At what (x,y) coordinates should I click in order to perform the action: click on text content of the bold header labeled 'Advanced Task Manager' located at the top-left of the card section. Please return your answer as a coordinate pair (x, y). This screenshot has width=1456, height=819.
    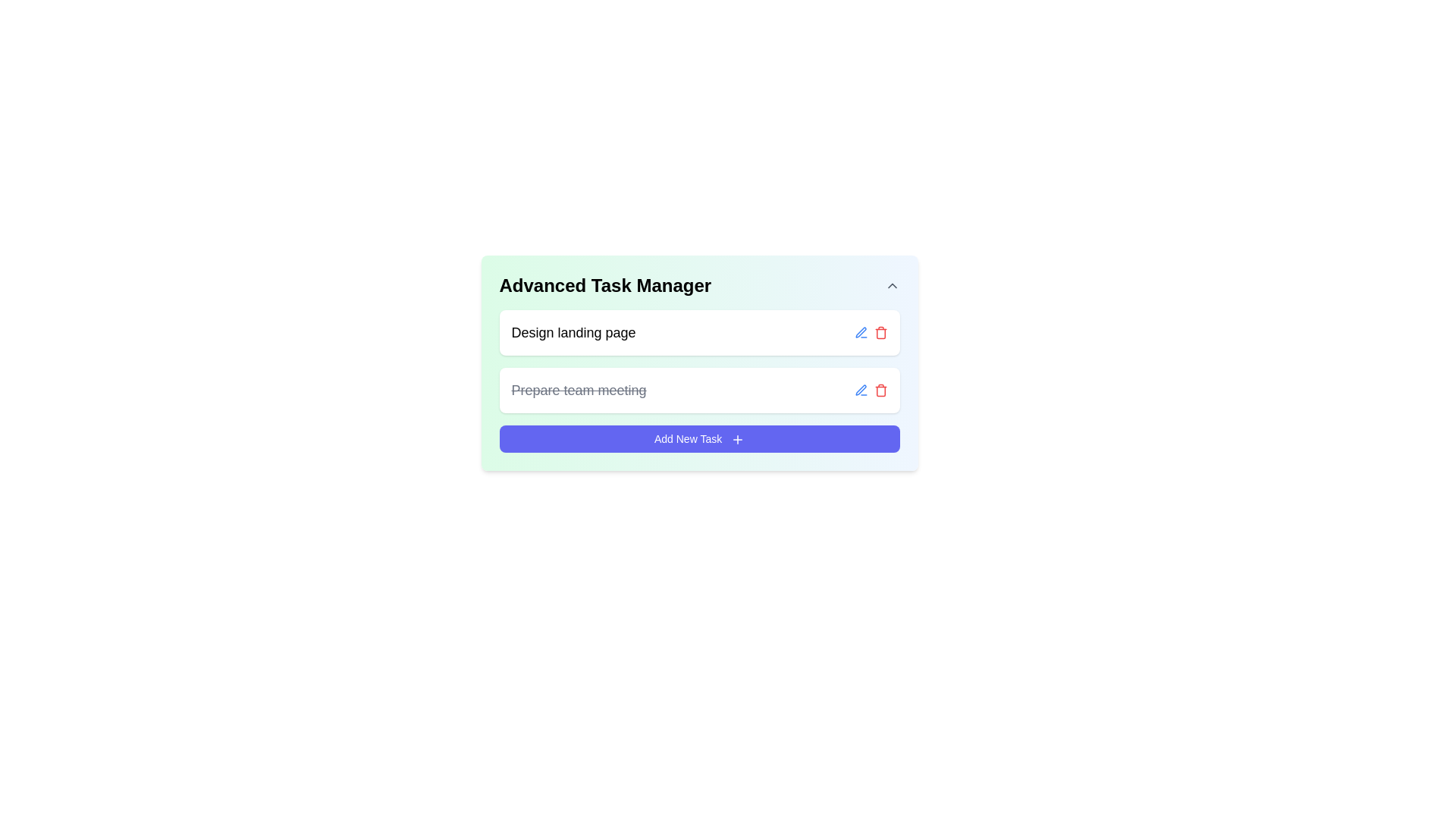
    Looking at the image, I should click on (604, 286).